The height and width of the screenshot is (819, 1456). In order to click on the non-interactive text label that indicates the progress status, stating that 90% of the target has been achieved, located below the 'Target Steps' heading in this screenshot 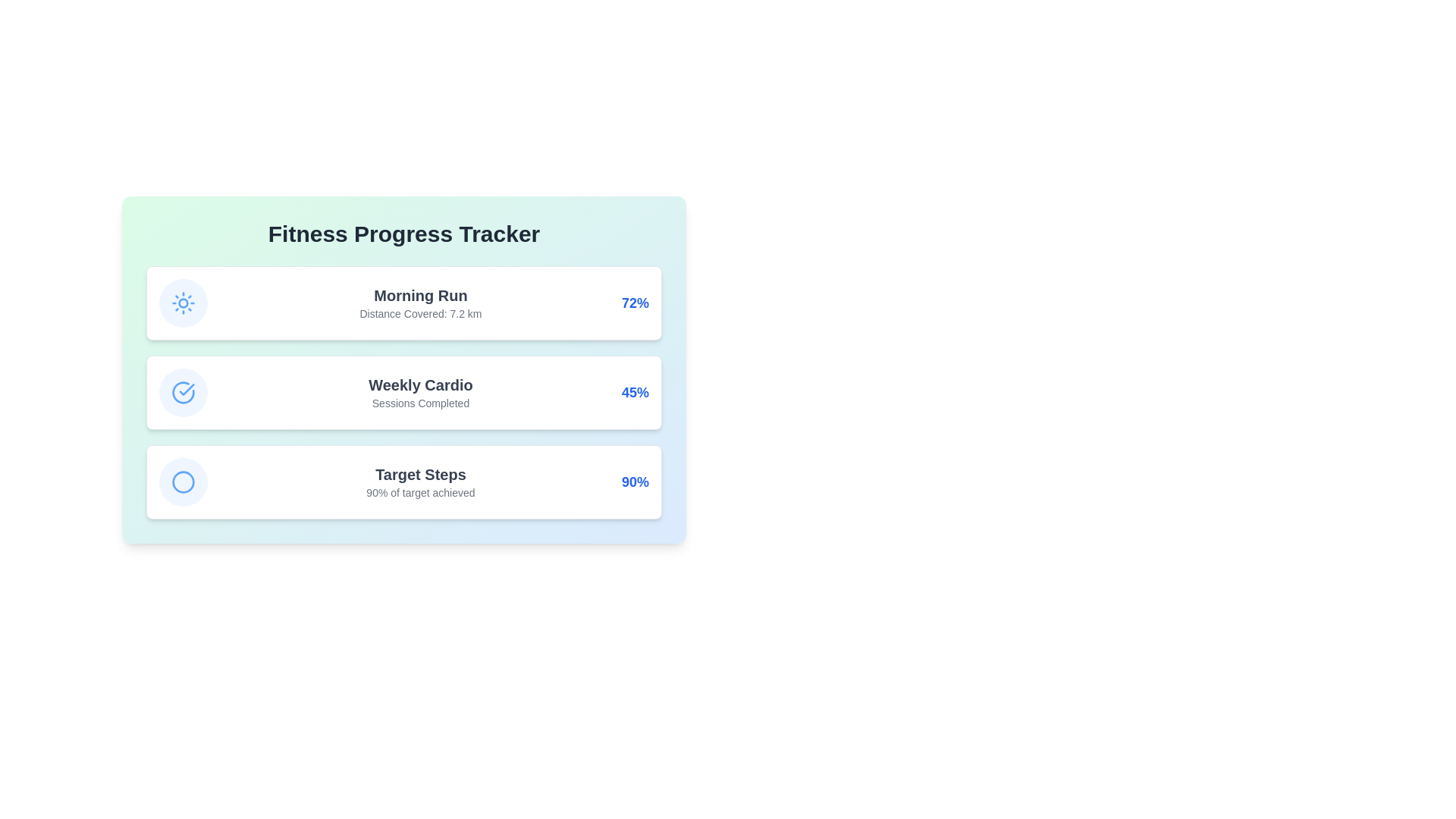, I will do `click(421, 493)`.